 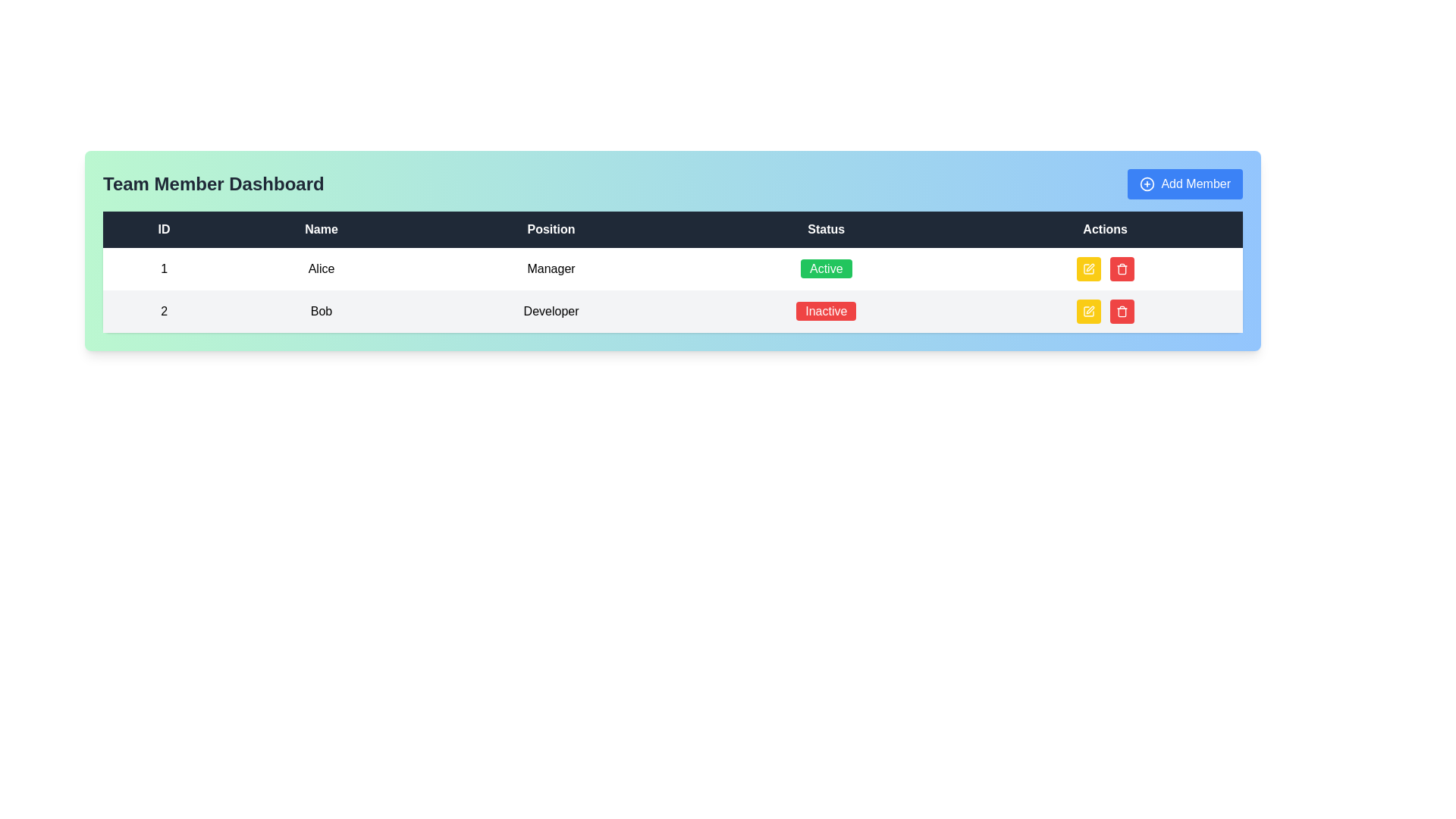 What do you see at coordinates (320, 230) in the screenshot?
I see `the 'Name' header of the table, which is positioned as the second header between 'ID' and 'Position'` at bounding box center [320, 230].